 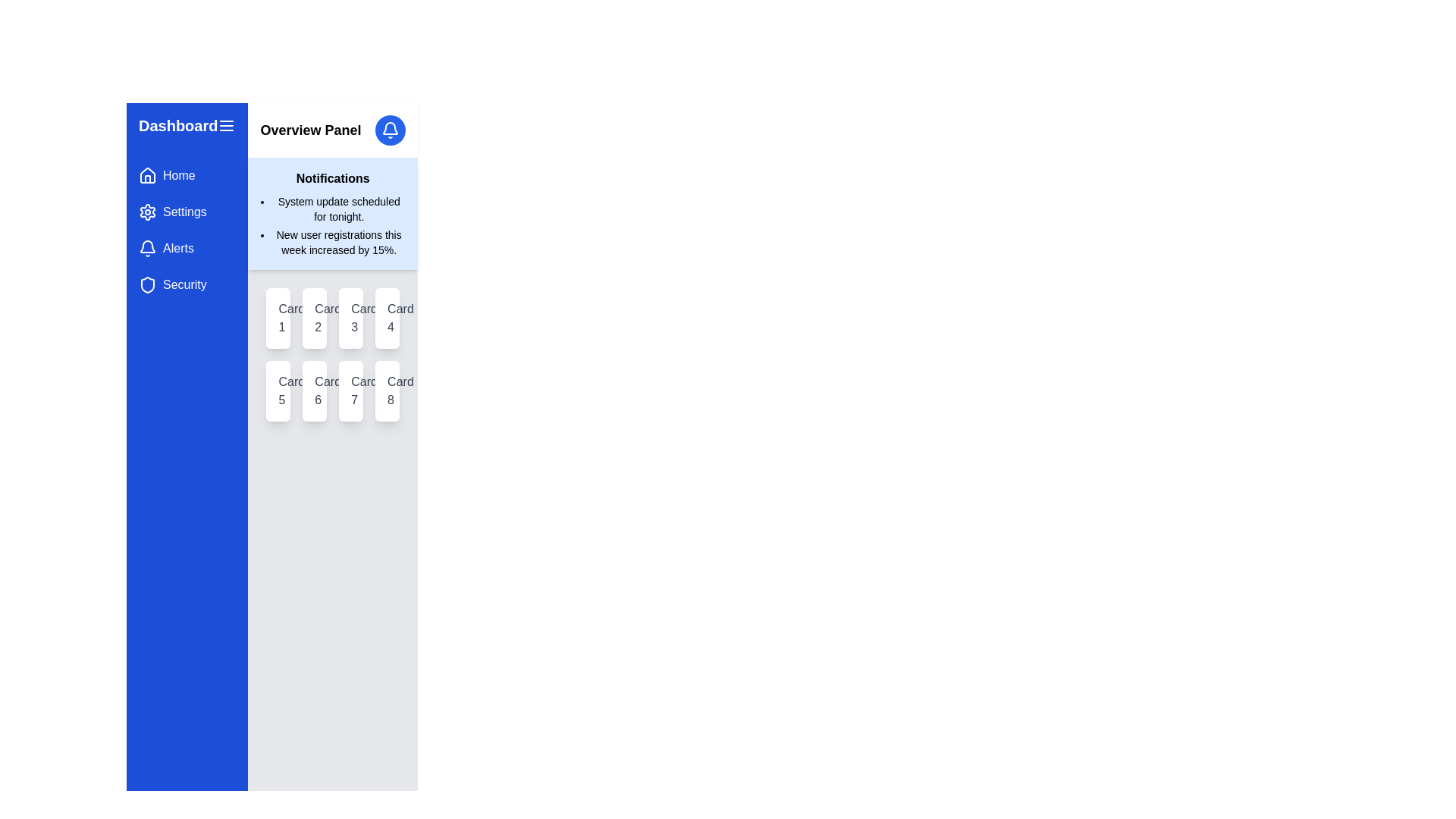 What do you see at coordinates (338, 225) in the screenshot?
I see `each line of the notification list, which contains the messages 'System update scheduled for tonight.' and 'New user registrations this week increased by 15%.'` at bounding box center [338, 225].